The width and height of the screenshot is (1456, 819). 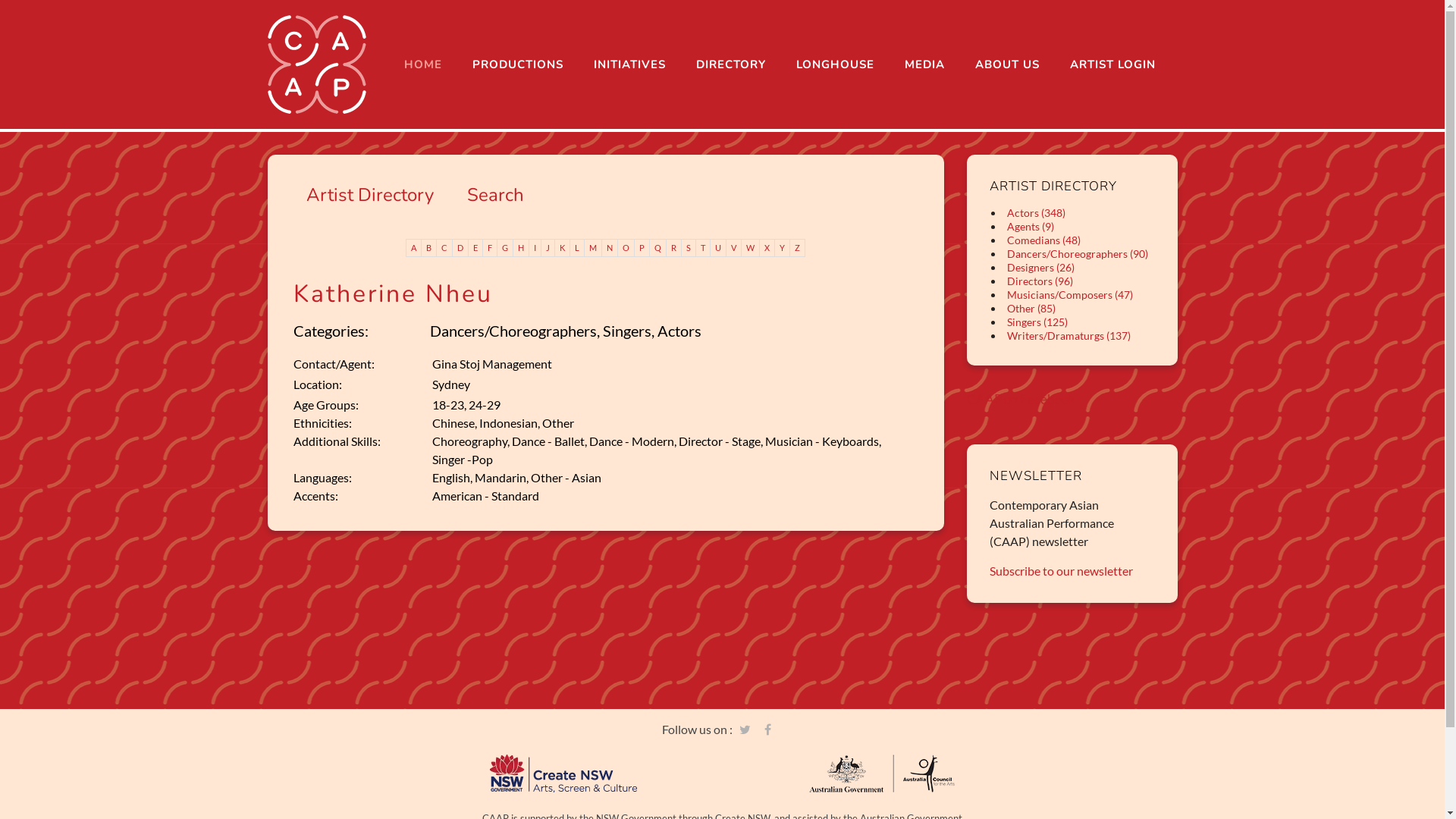 What do you see at coordinates (490, 773) in the screenshot?
I see `'Arts NSW'` at bounding box center [490, 773].